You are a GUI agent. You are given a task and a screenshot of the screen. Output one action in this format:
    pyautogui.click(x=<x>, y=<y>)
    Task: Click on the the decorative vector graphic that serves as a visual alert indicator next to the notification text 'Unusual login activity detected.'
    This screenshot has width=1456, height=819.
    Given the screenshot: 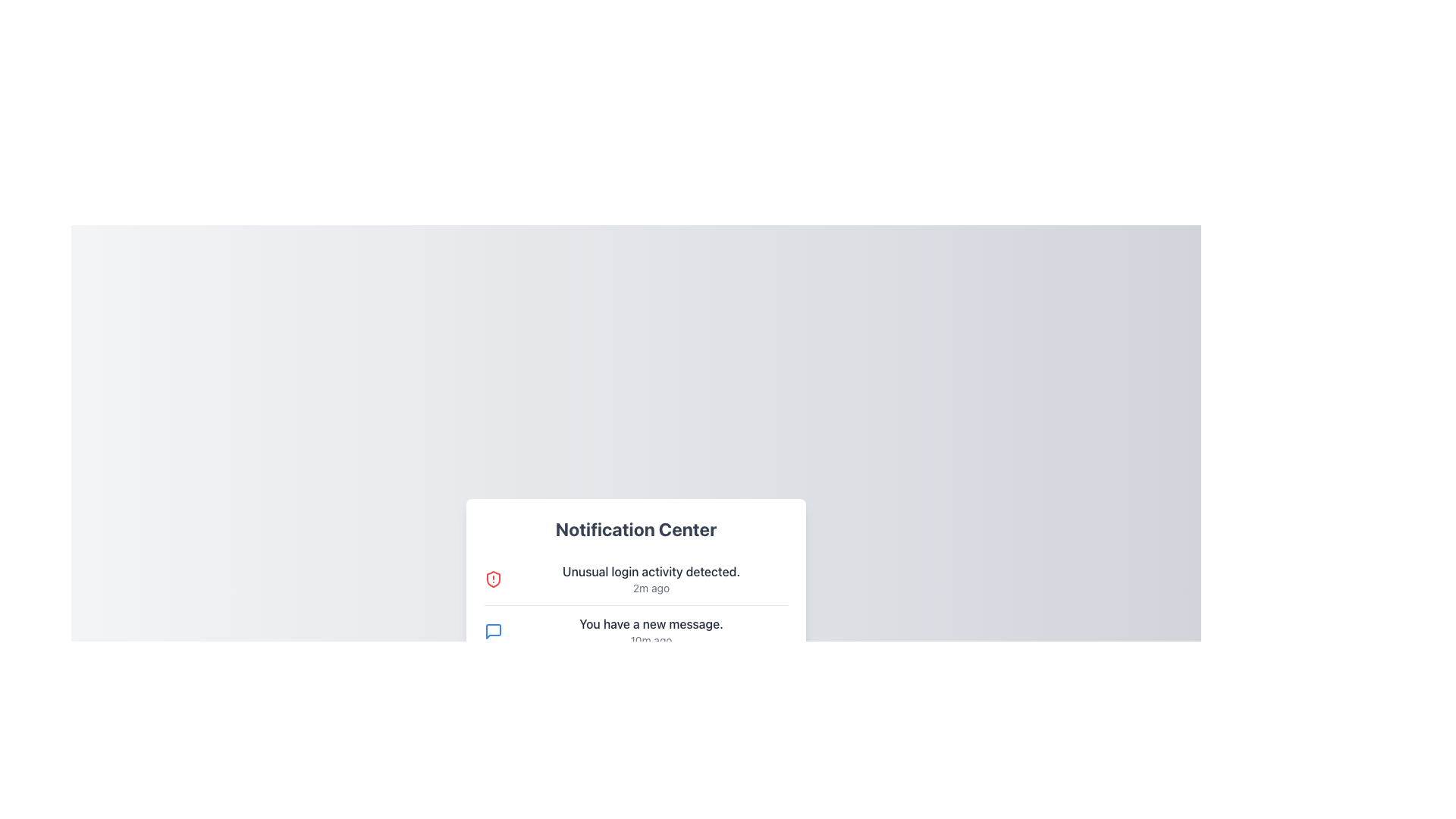 What is the action you would take?
    pyautogui.click(x=494, y=579)
    